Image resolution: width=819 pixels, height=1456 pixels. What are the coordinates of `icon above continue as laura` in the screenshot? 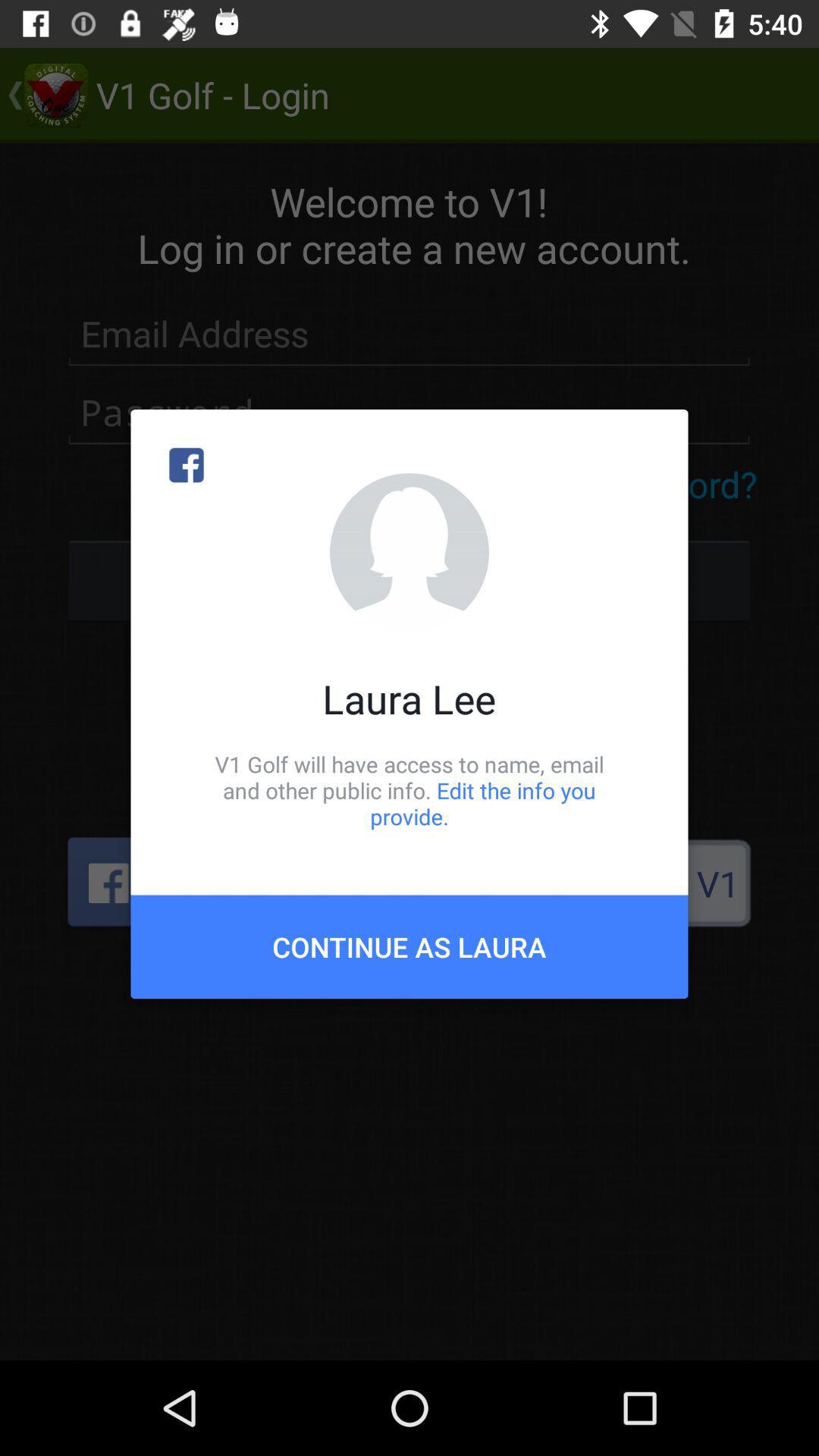 It's located at (409, 789).